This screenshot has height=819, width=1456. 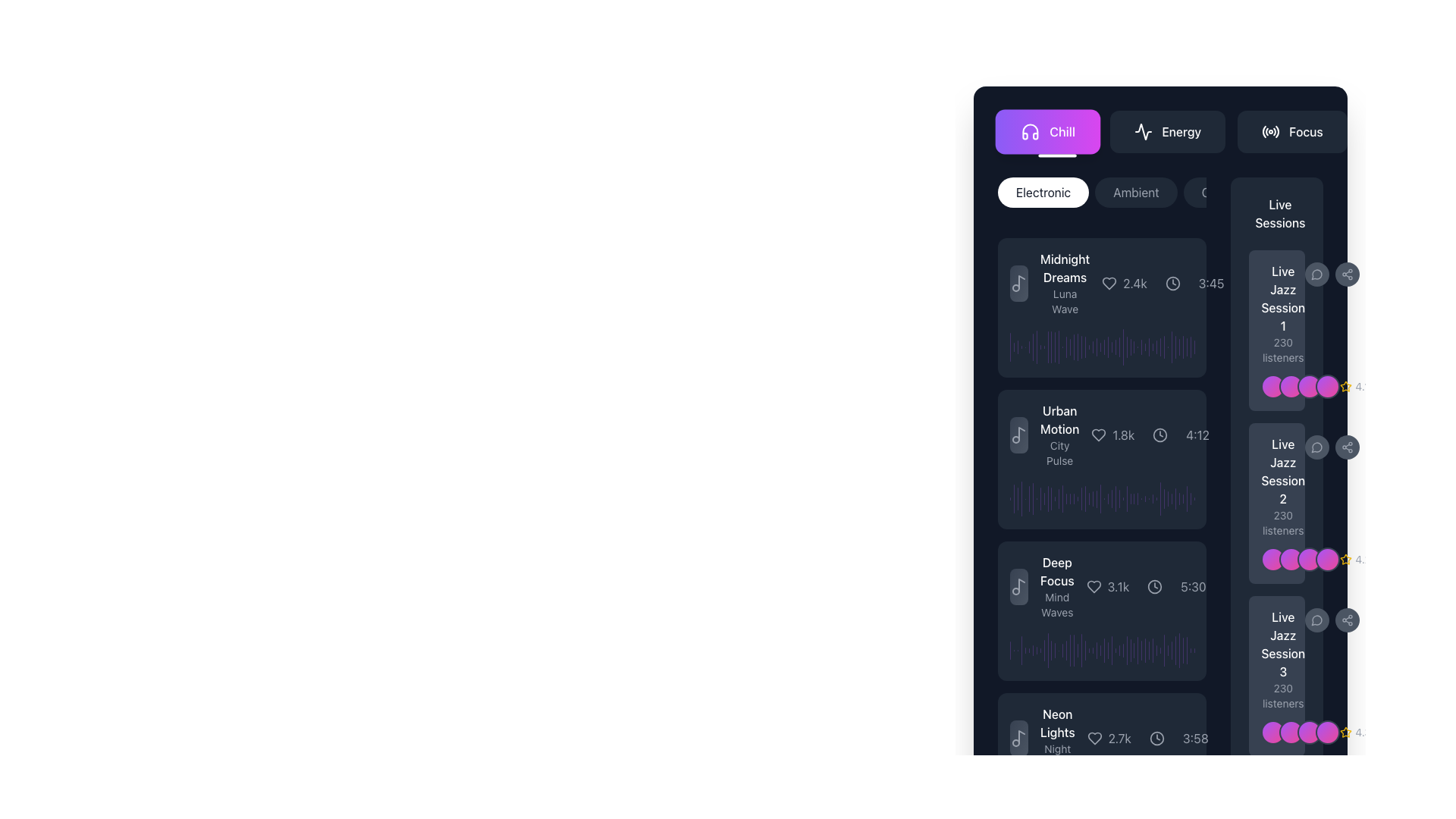 I want to click on the share icon button for the 'Live Jazz Session 3', so click(x=1348, y=620).